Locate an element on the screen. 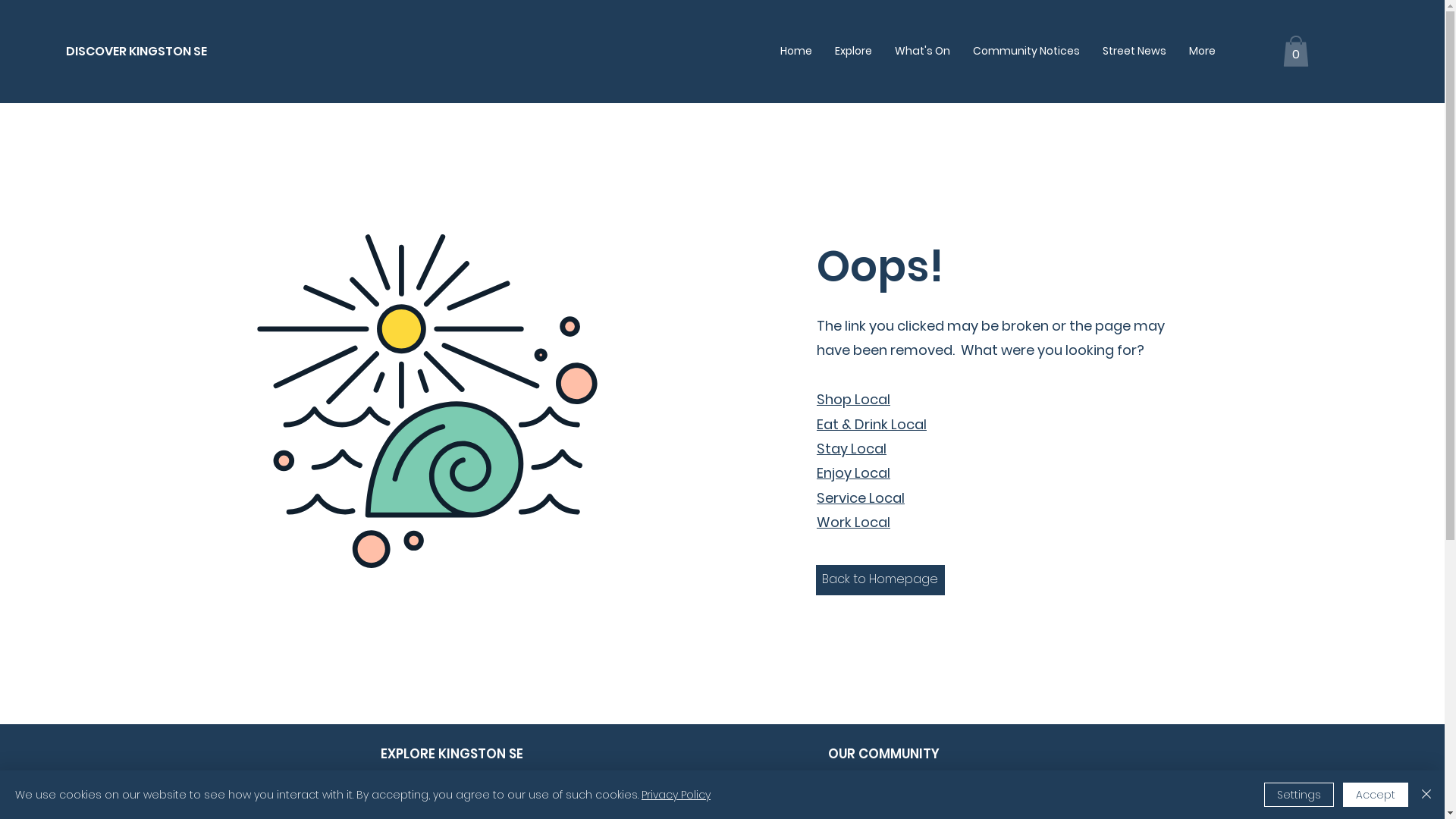  'Service Local' is located at coordinates (815, 497).